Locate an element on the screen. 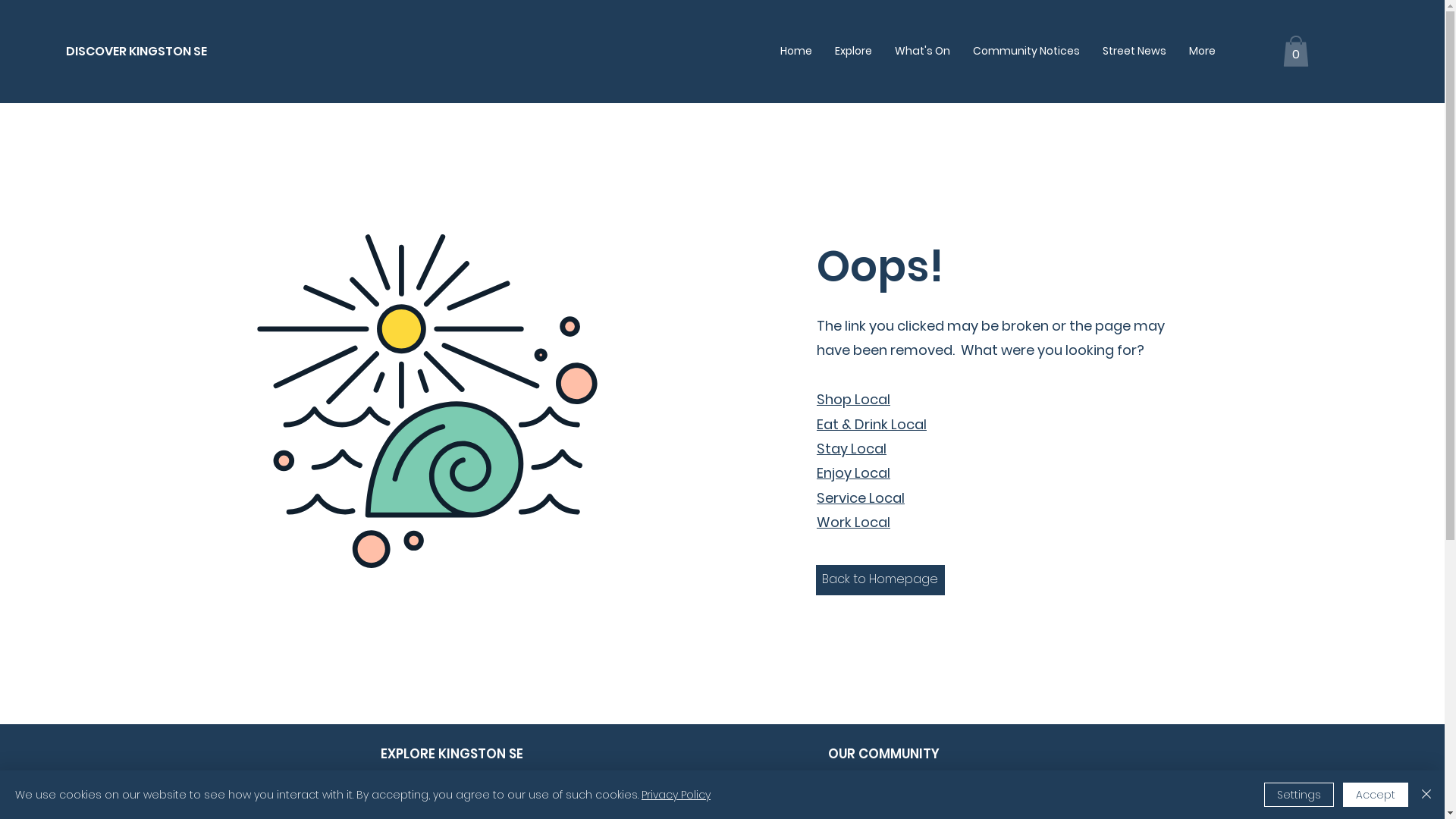  'Service Local' is located at coordinates (815, 497).